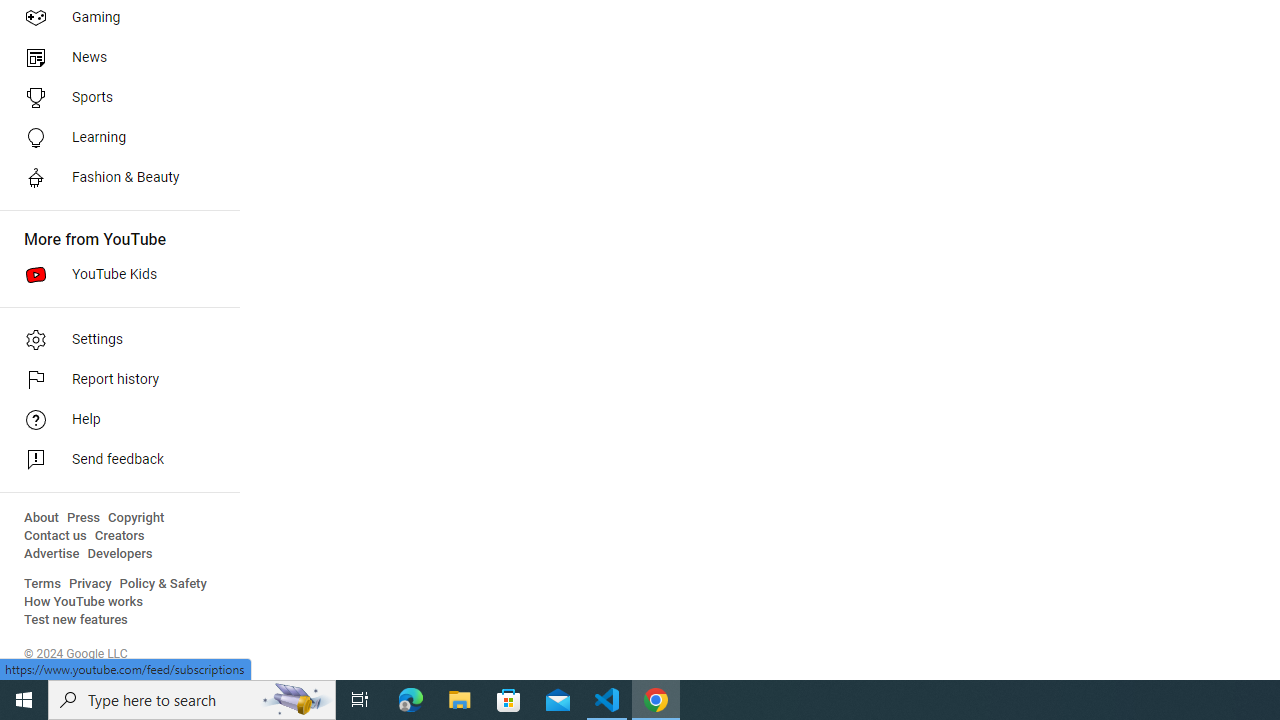 The image size is (1280, 720). What do you see at coordinates (112, 380) in the screenshot?
I see `'Report history'` at bounding box center [112, 380].